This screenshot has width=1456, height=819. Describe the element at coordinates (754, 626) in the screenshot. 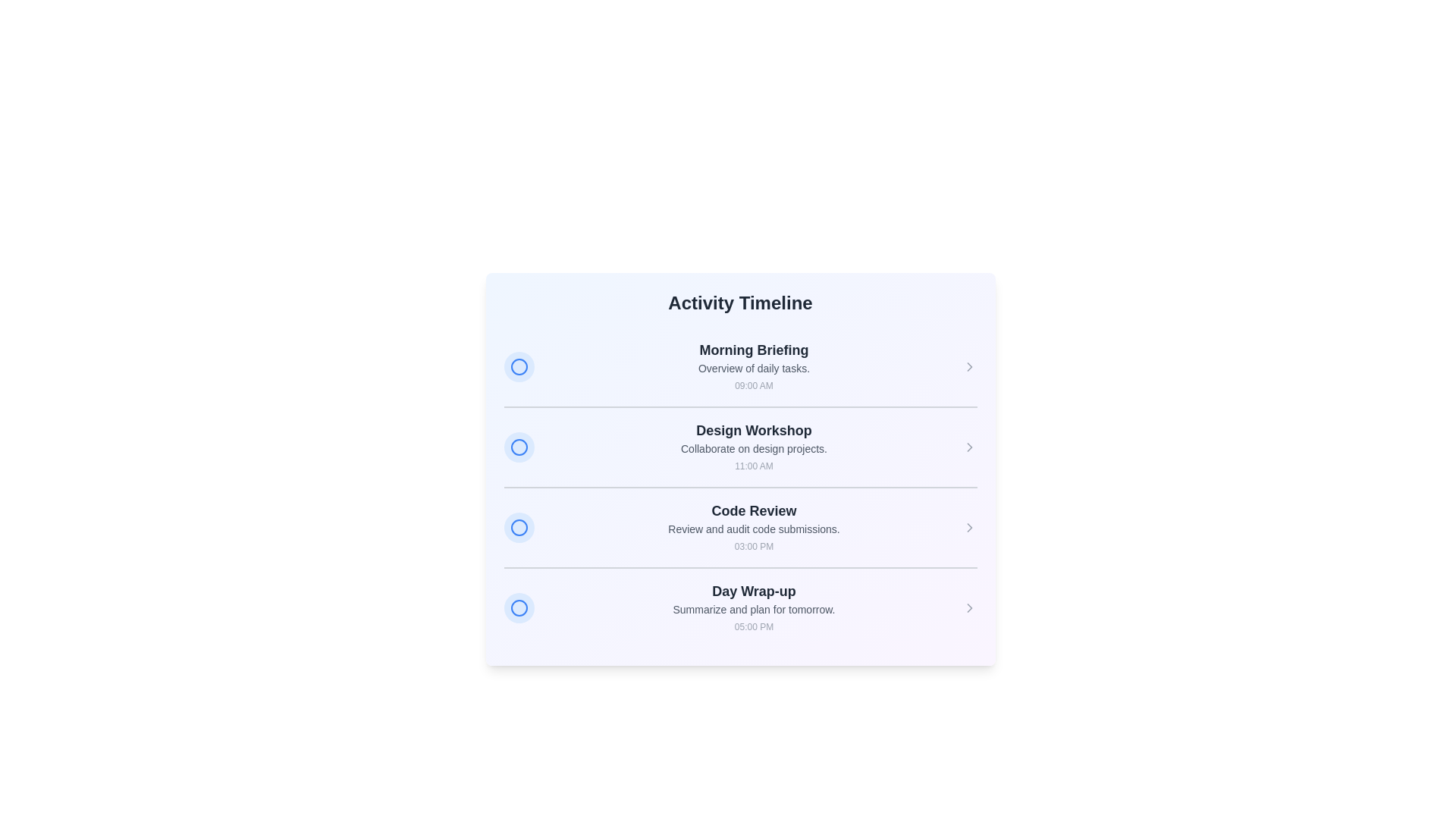

I see `the text label displaying '05:00 PM' located at the lower-right section of the 'Day Wrap-up' card, which is styled in gray and has a smaller font size` at that location.